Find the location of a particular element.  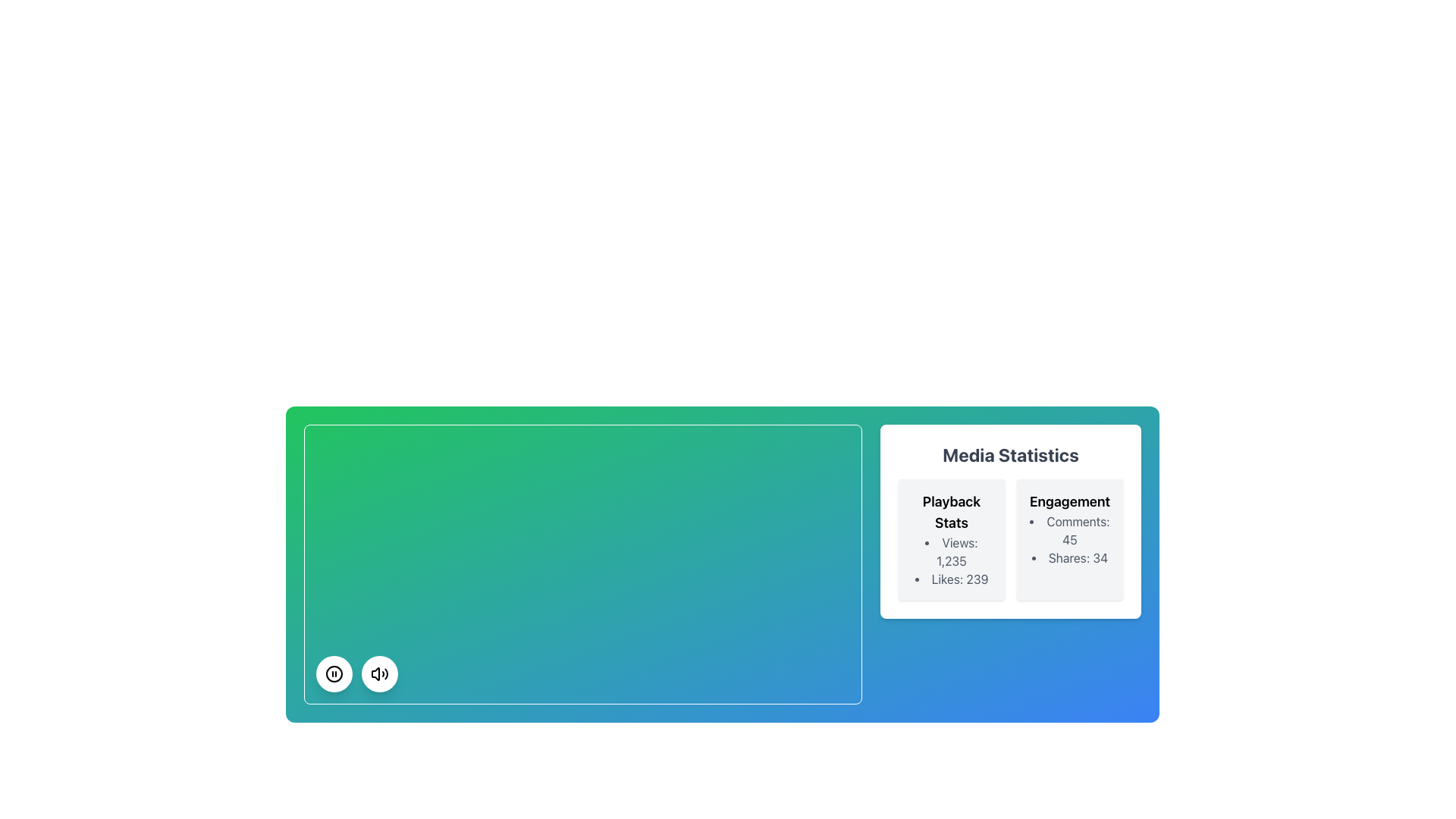

number of views displayed in the Text Display element located above the 'Likes: 239' text in the lower half of the 'Playback Stats' section of the 'Media Statistics' panel is located at coordinates (950, 552).